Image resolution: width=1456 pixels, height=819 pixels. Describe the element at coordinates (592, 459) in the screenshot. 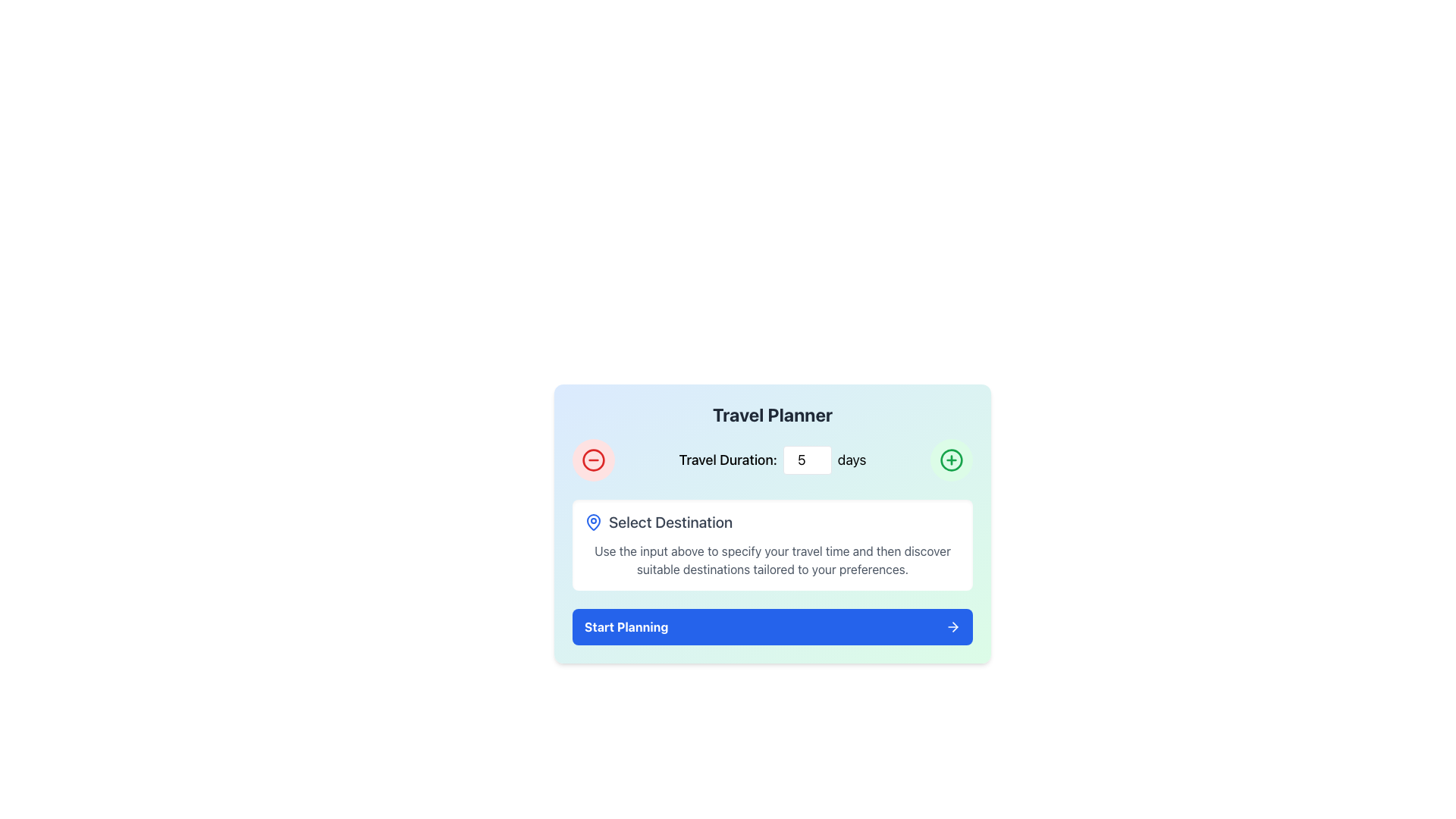

I see `the circular red outlined button with a minus symbol, located at the top left of the 'Travel Planner' card interface to decrement the value` at that location.